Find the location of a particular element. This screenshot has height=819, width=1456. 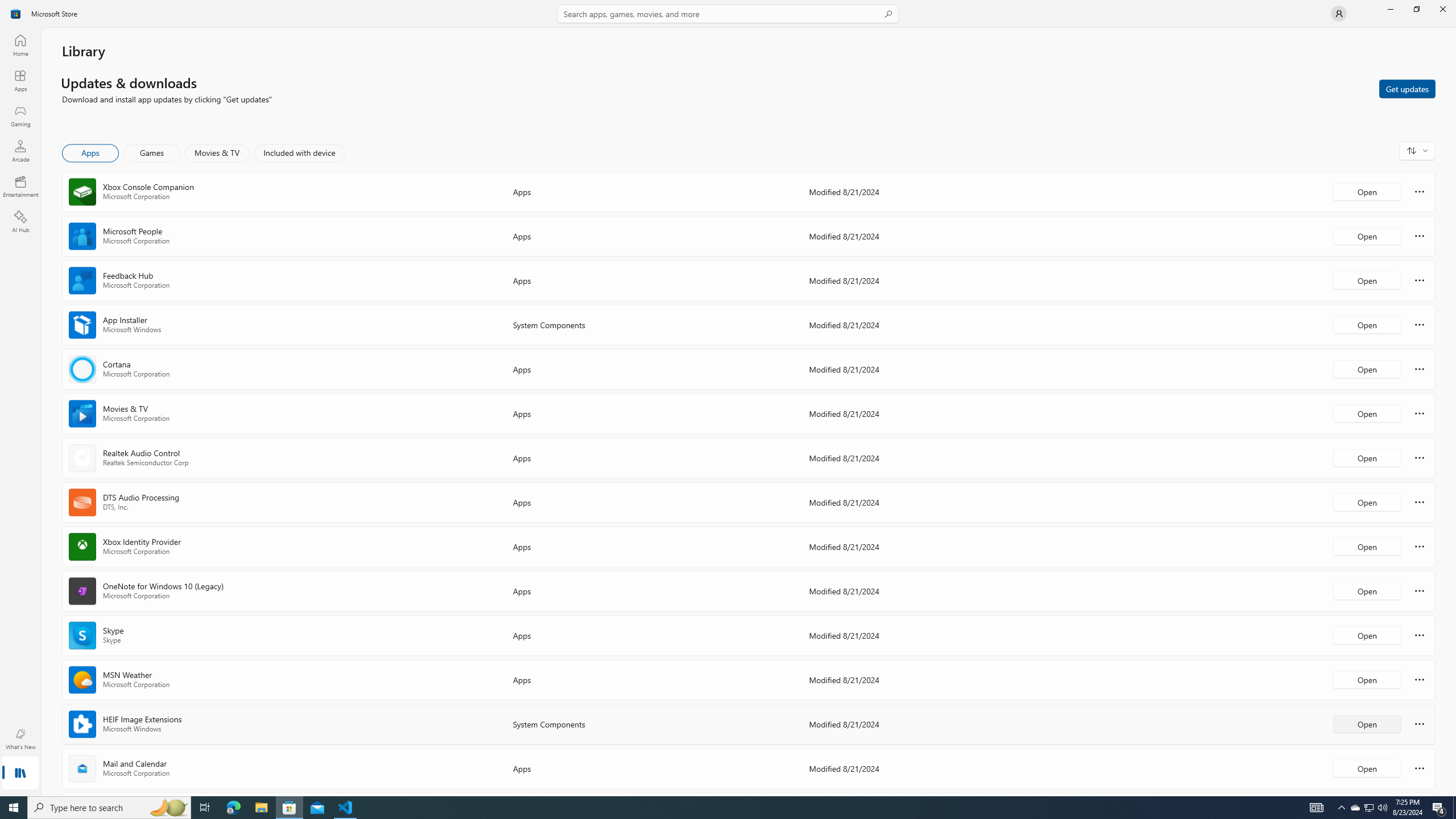

'Included with device' is located at coordinates (299, 152).